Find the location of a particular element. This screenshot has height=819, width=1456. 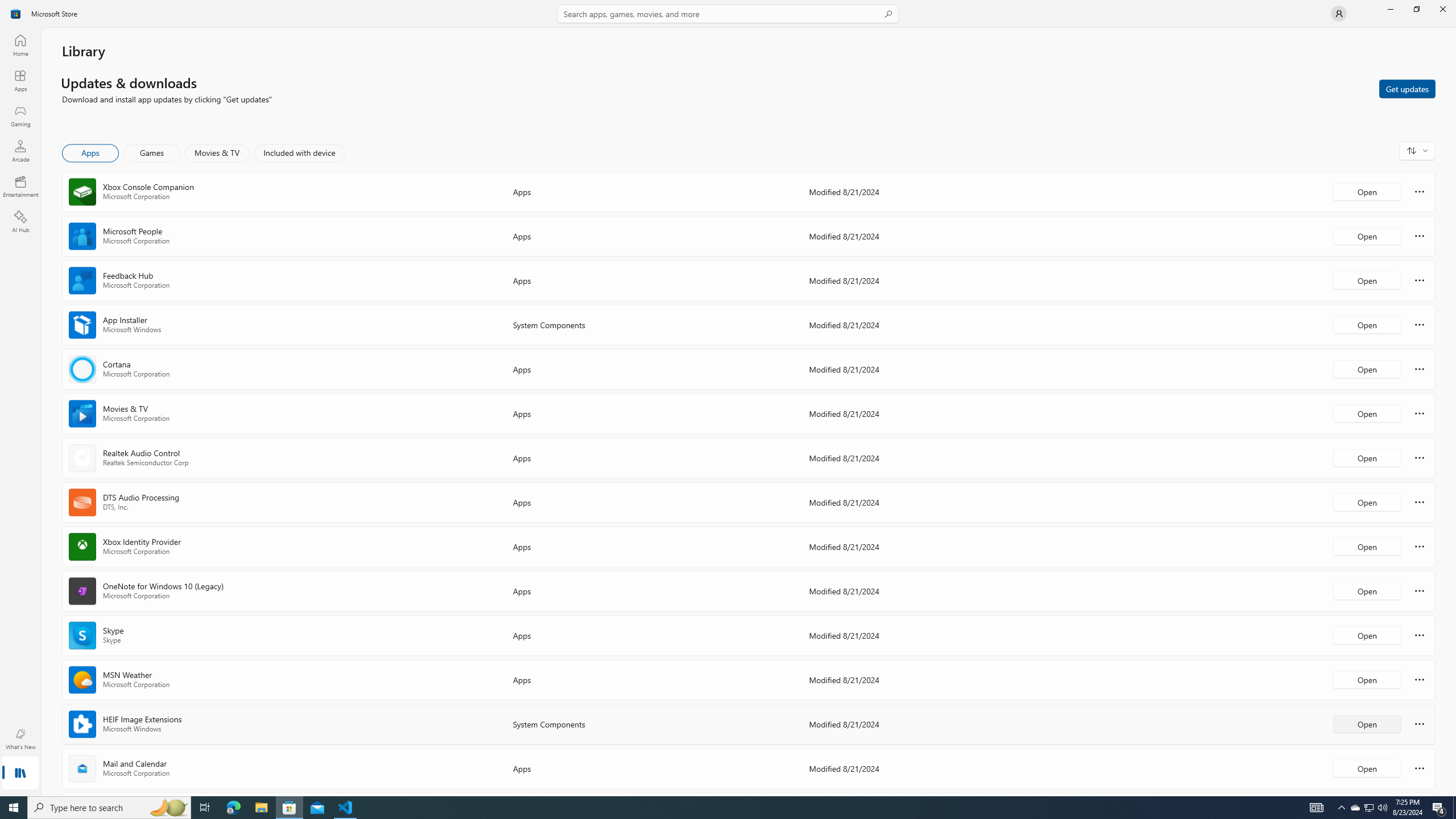

'Included with device' is located at coordinates (299, 152).